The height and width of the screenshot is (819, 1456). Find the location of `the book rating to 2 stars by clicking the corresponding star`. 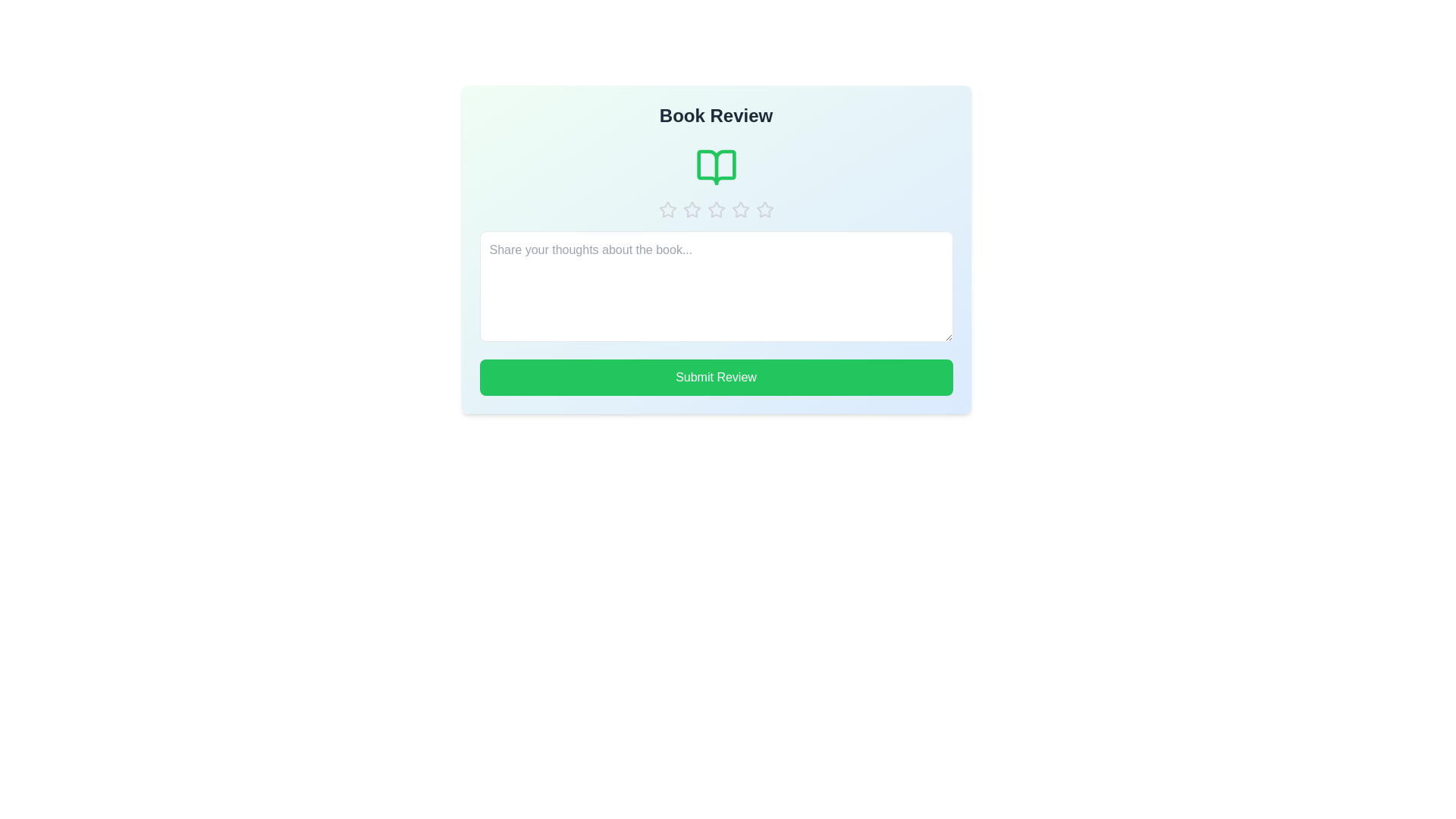

the book rating to 2 stars by clicking the corresponding star is located at coordinates (691, 210).